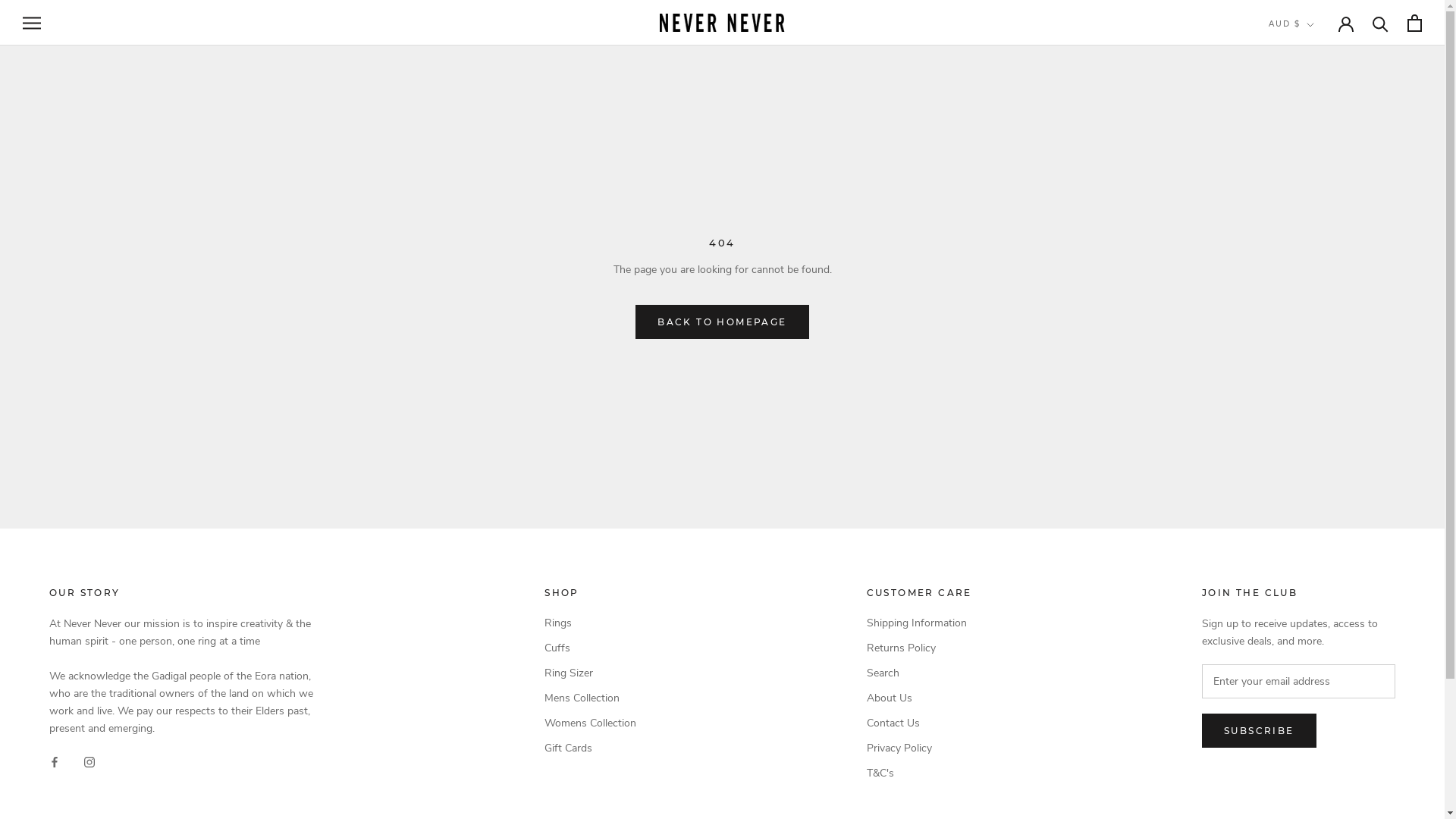 This screenshot has height=819, width=1456. What do you see at coordinates (589, 623) in the screenshot?
I see `'Rings'` at bounding box center [589, 623].